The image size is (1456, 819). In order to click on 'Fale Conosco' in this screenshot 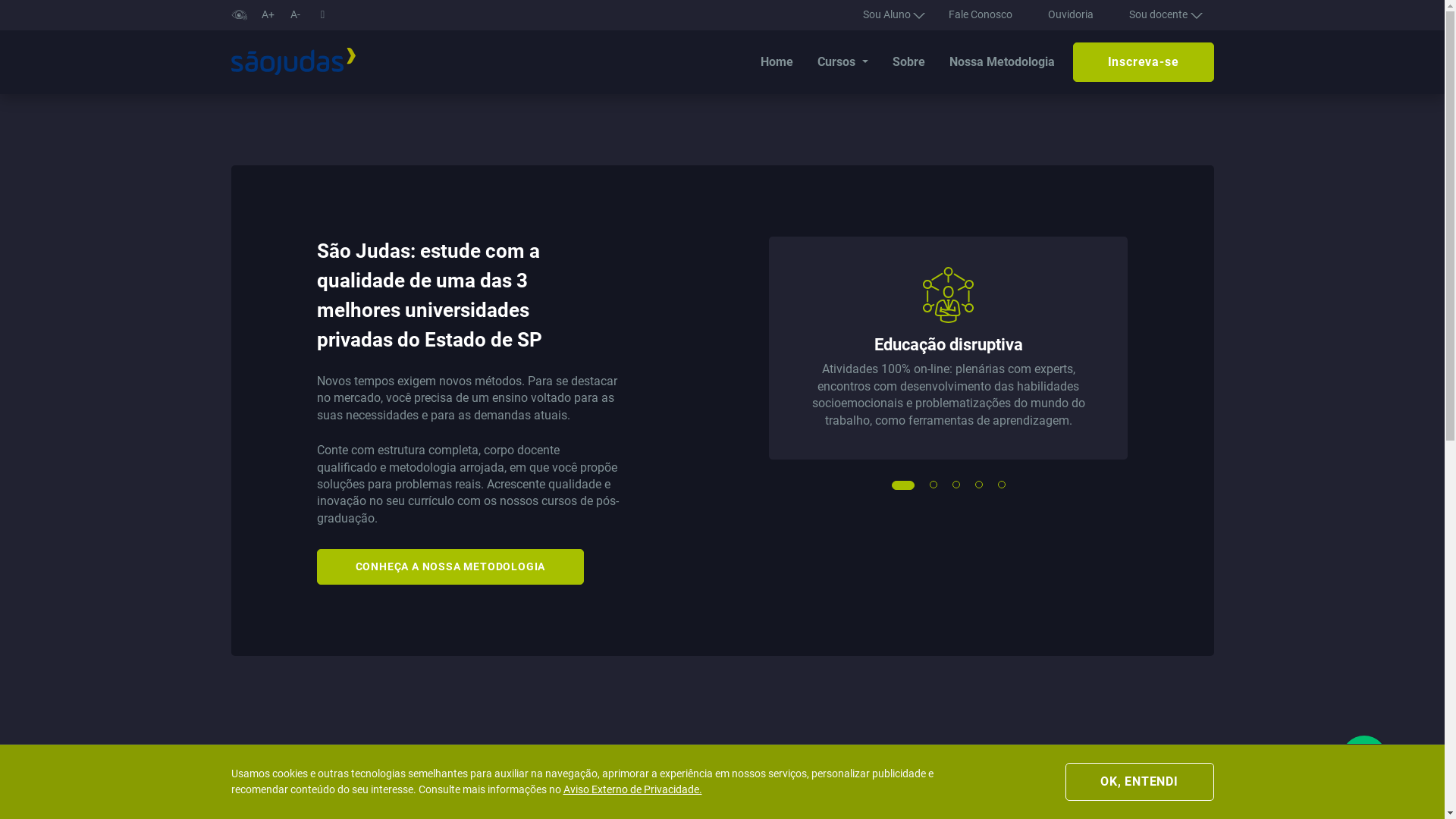, I will do `click(980, 14)`.